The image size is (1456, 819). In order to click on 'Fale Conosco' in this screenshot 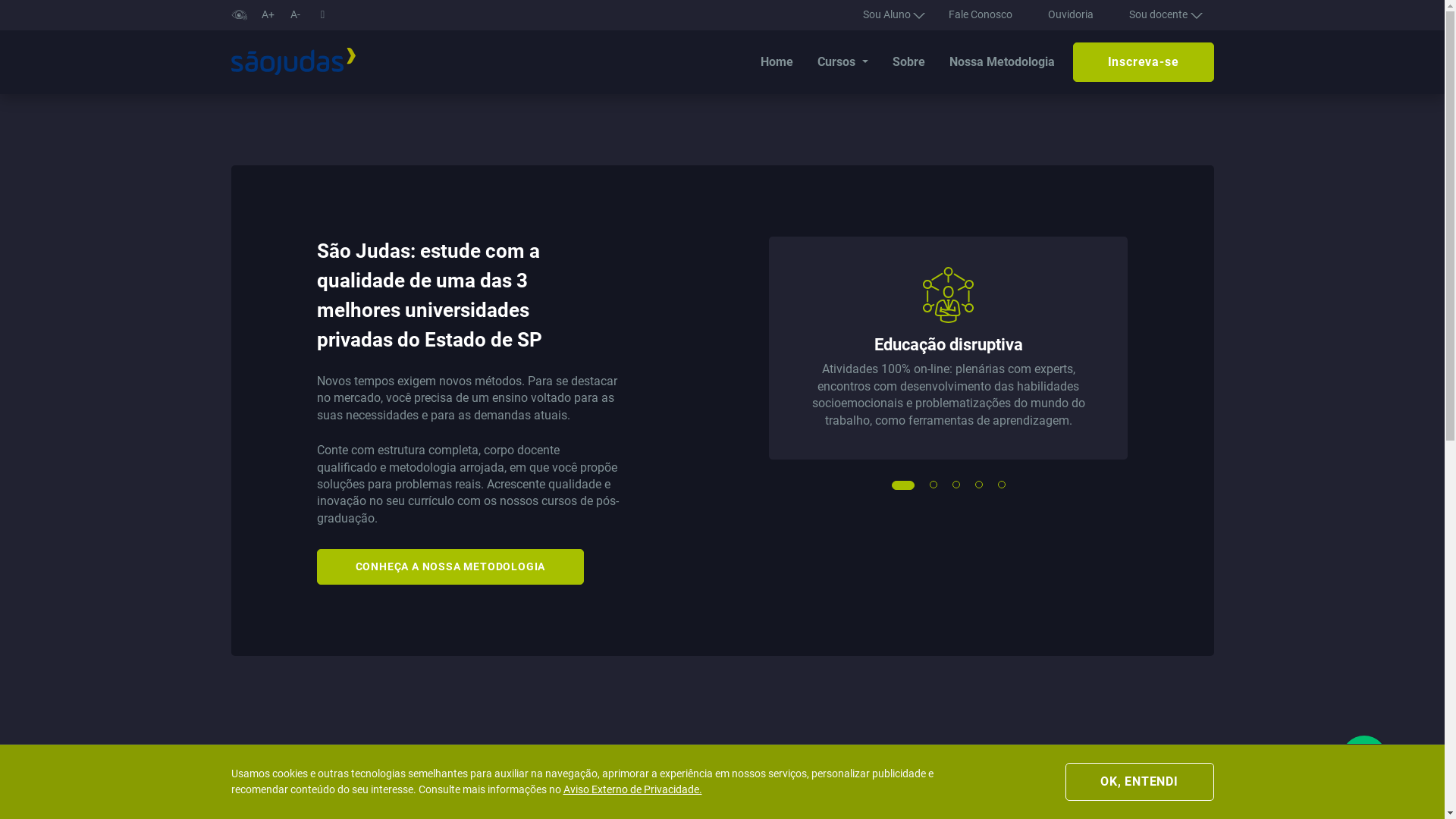, I will do `click(980, 14)`.